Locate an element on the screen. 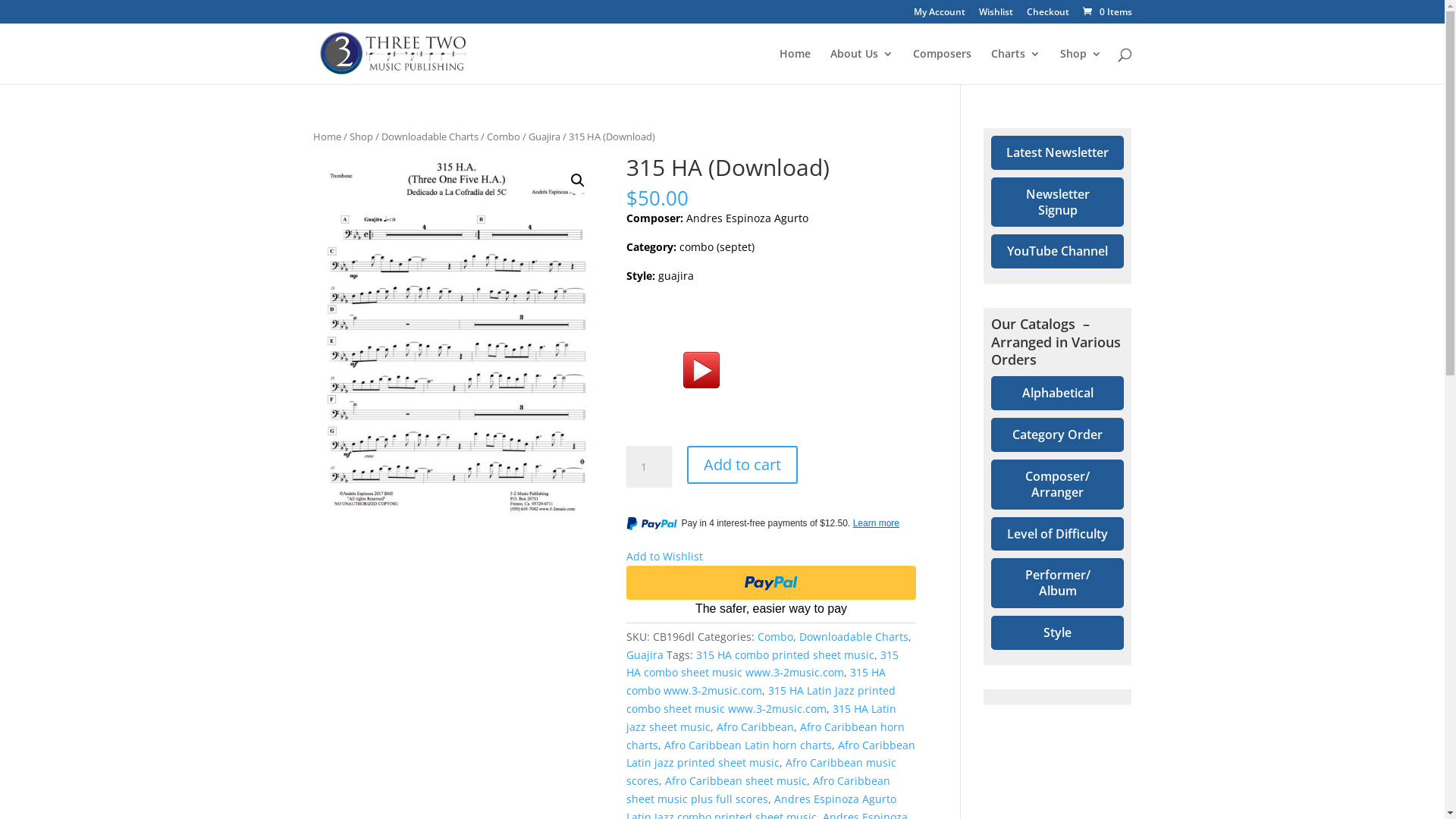 The width and height of the screenshot is (1456, 819). 'YouTube Channel' is located at coordinates (990, 250).